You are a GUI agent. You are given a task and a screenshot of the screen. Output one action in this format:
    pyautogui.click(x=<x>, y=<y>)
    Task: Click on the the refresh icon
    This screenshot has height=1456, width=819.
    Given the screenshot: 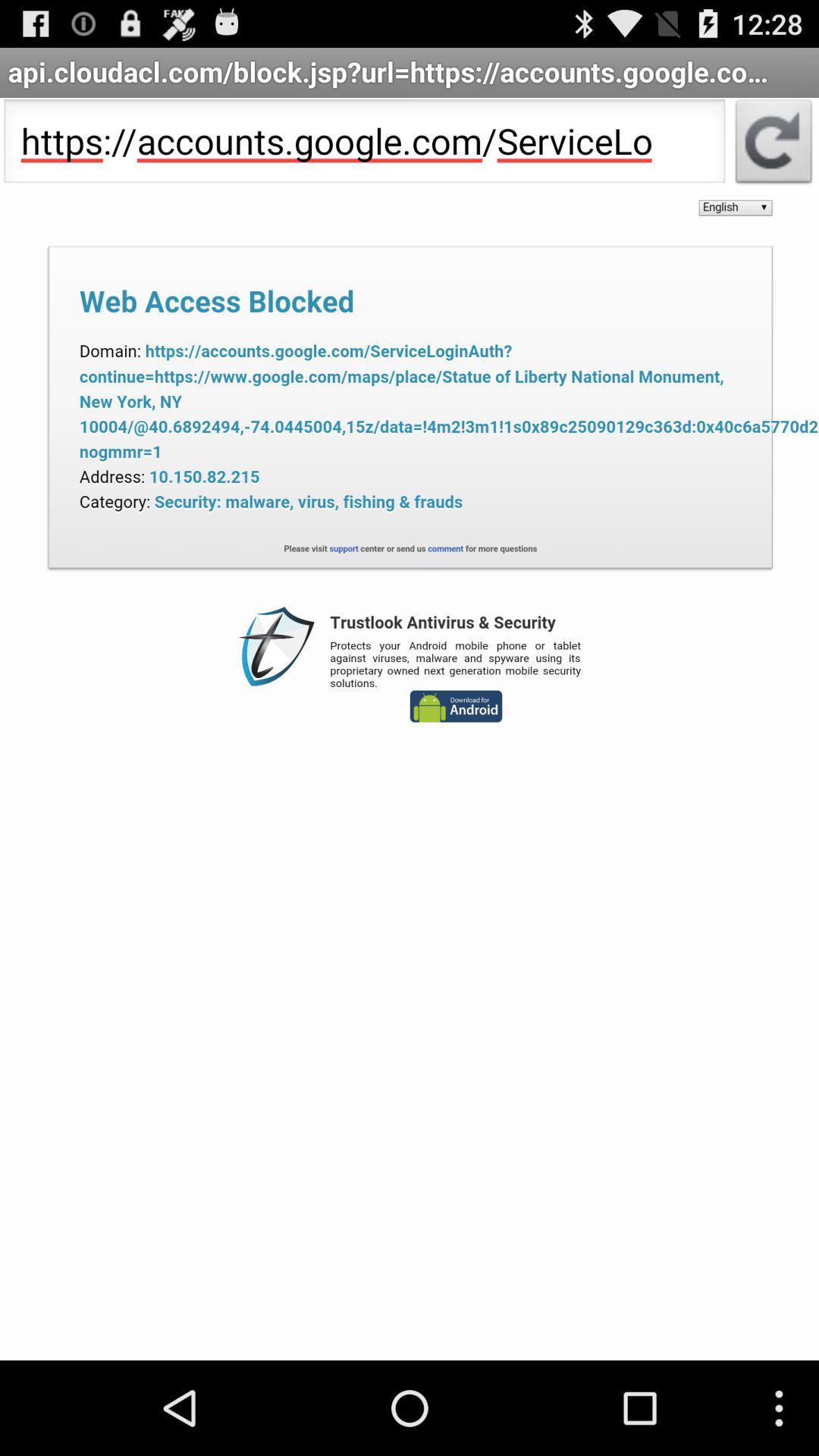 What is the action you would take?
    pyautogui.click(x=773, y=155)
    